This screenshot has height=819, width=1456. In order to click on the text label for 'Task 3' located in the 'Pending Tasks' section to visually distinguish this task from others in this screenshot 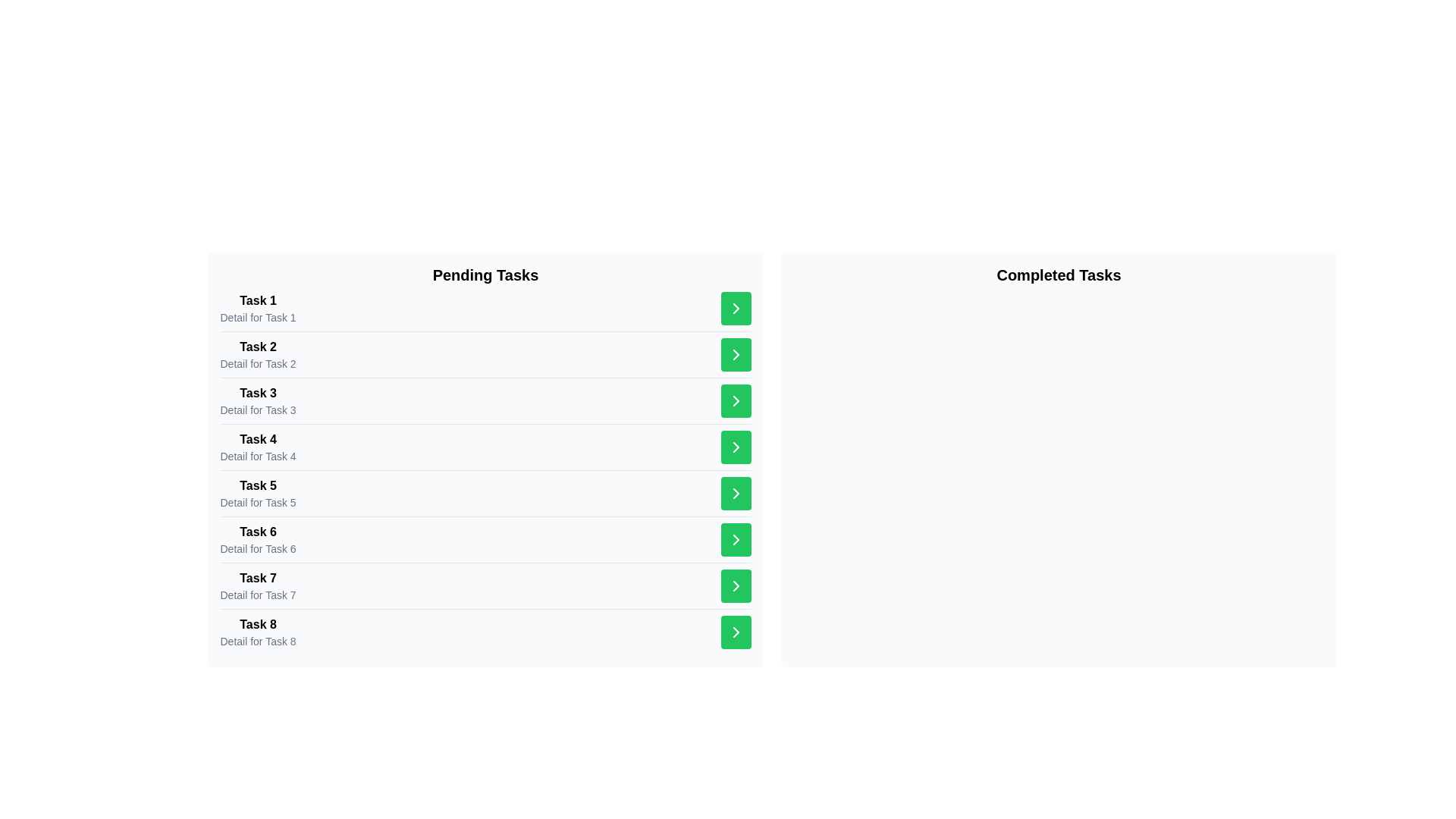, I will do `click(258, 393)`.